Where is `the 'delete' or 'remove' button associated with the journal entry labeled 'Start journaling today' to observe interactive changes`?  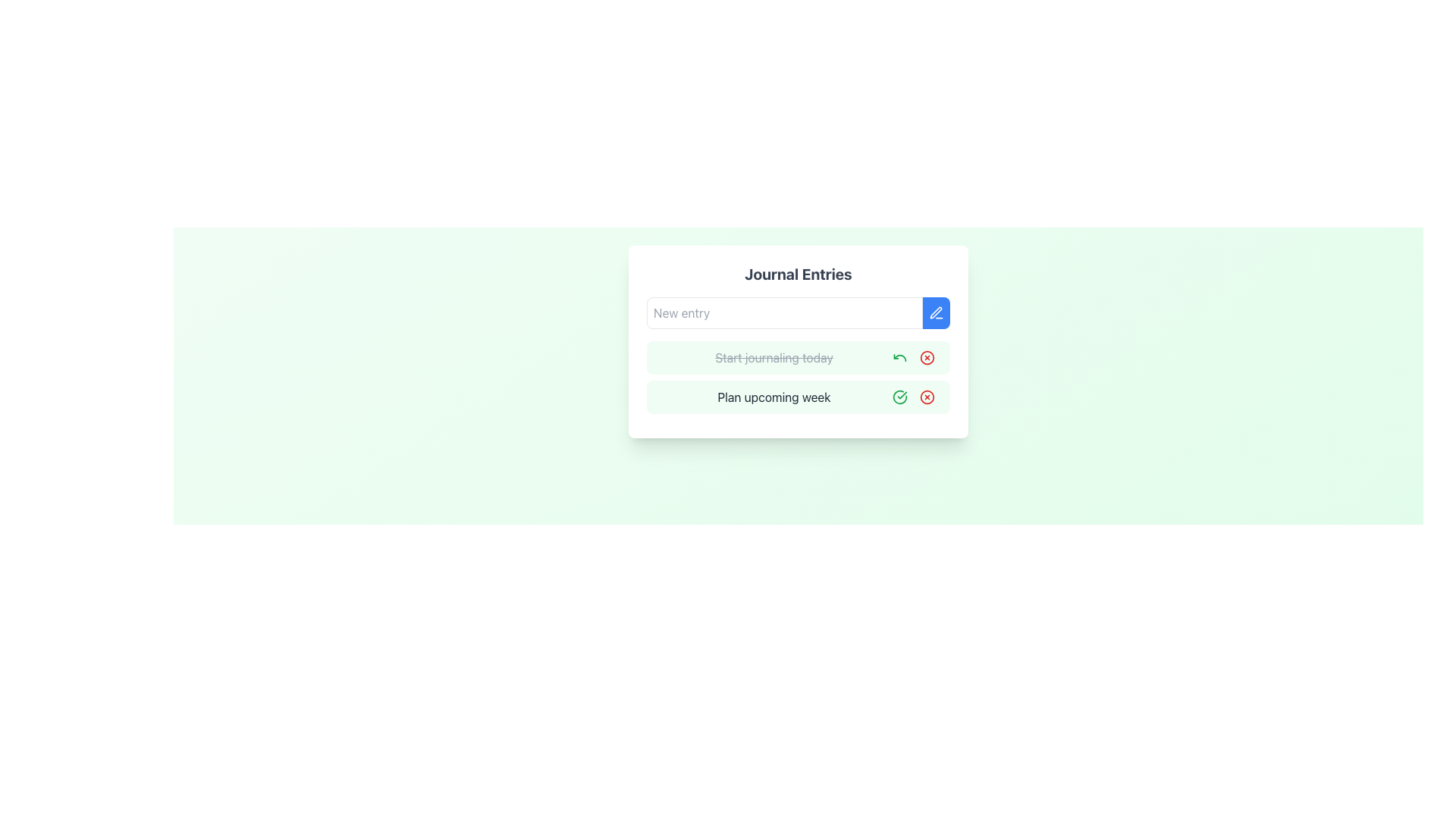 the 'delete' or 'remove' button associated with the journal entry labeled 'Start journaling today' to observe interactive changes is located at coordinates (927, 357).